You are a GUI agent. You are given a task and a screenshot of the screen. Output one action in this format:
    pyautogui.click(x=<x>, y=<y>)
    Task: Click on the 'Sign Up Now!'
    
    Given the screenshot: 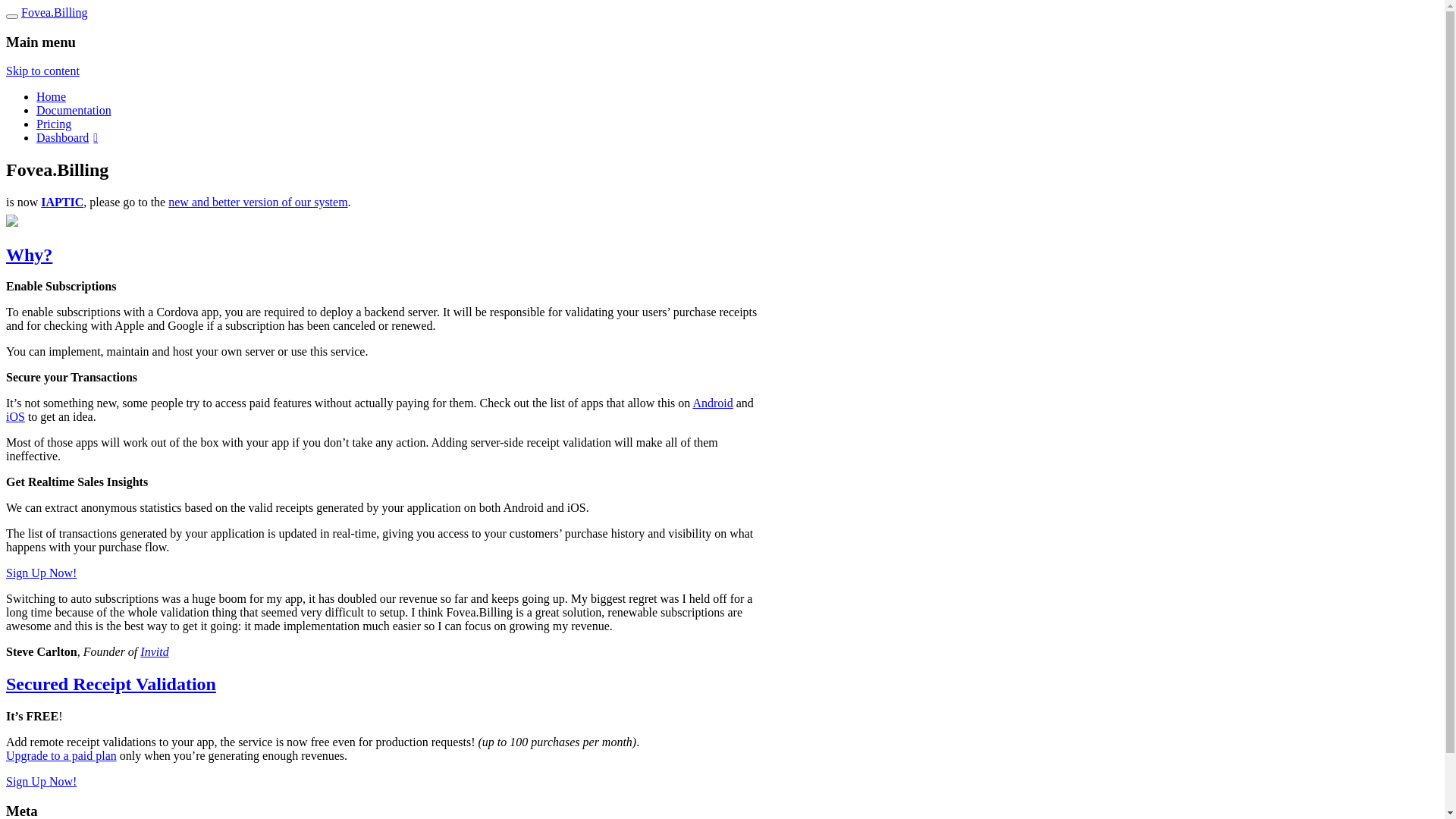 What is the action you would take?
    pyautogui.click(x=41, y=573)
    